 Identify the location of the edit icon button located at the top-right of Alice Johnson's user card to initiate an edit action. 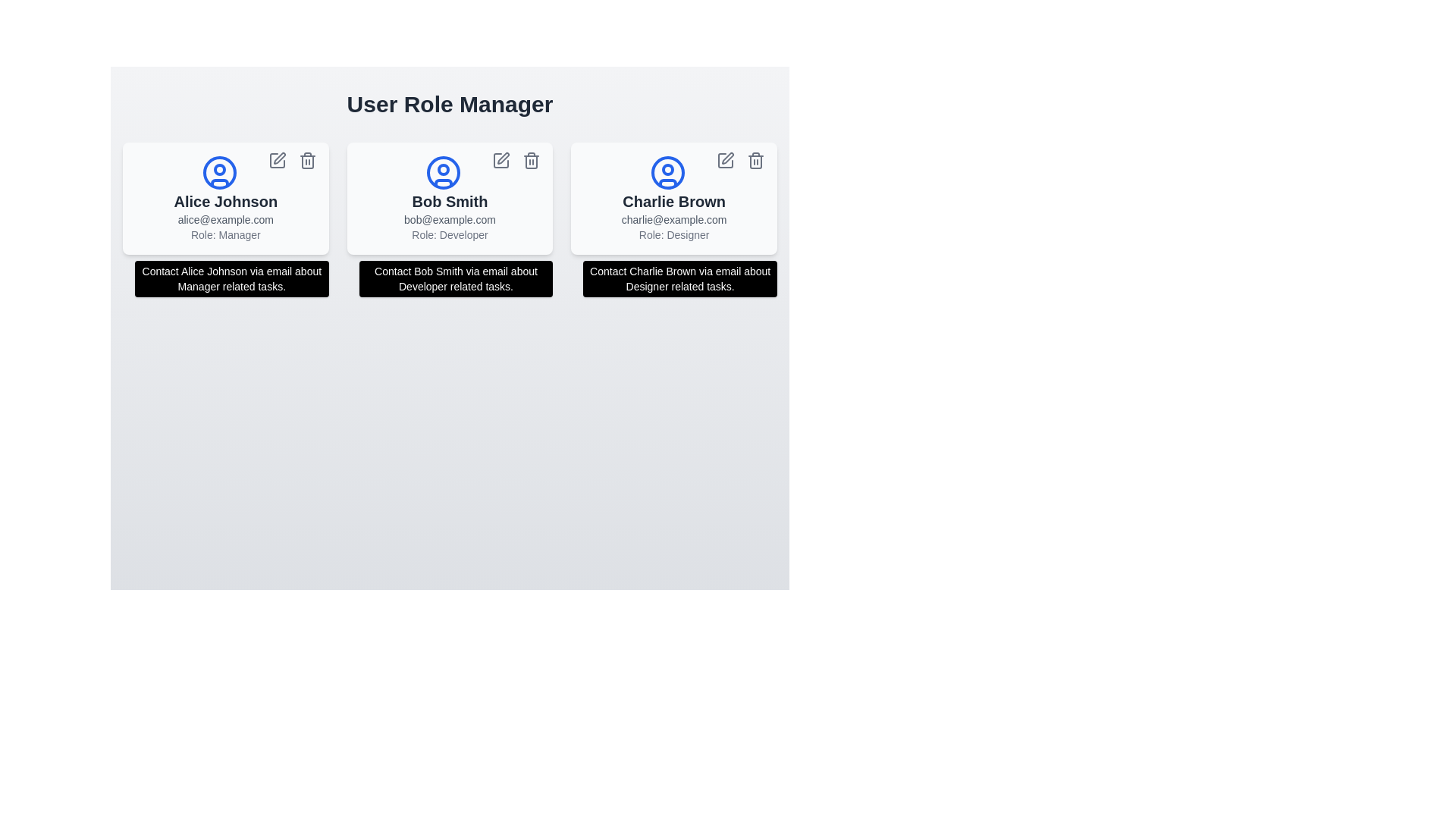
(279, 158).